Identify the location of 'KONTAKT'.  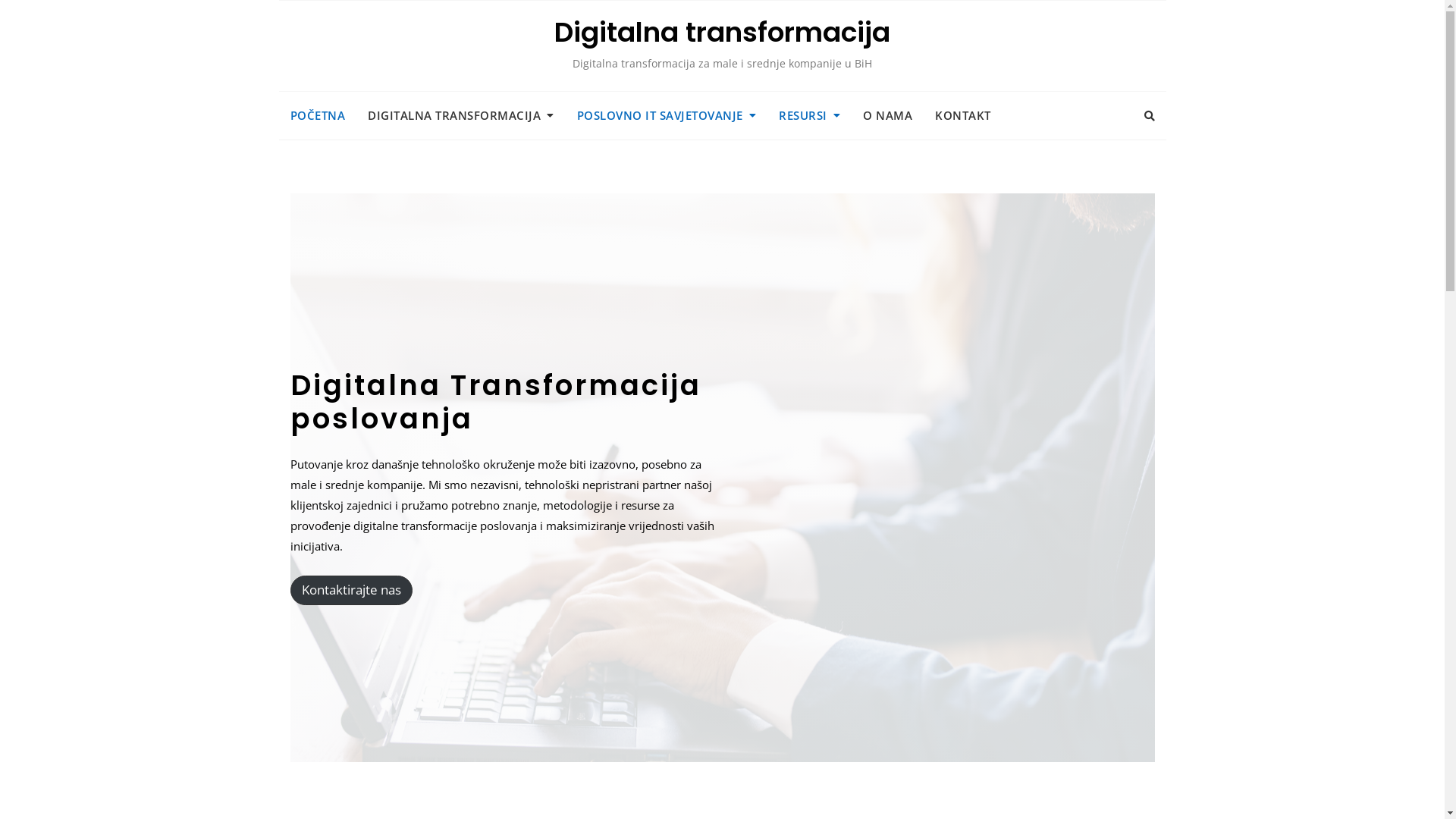
(962, 115).